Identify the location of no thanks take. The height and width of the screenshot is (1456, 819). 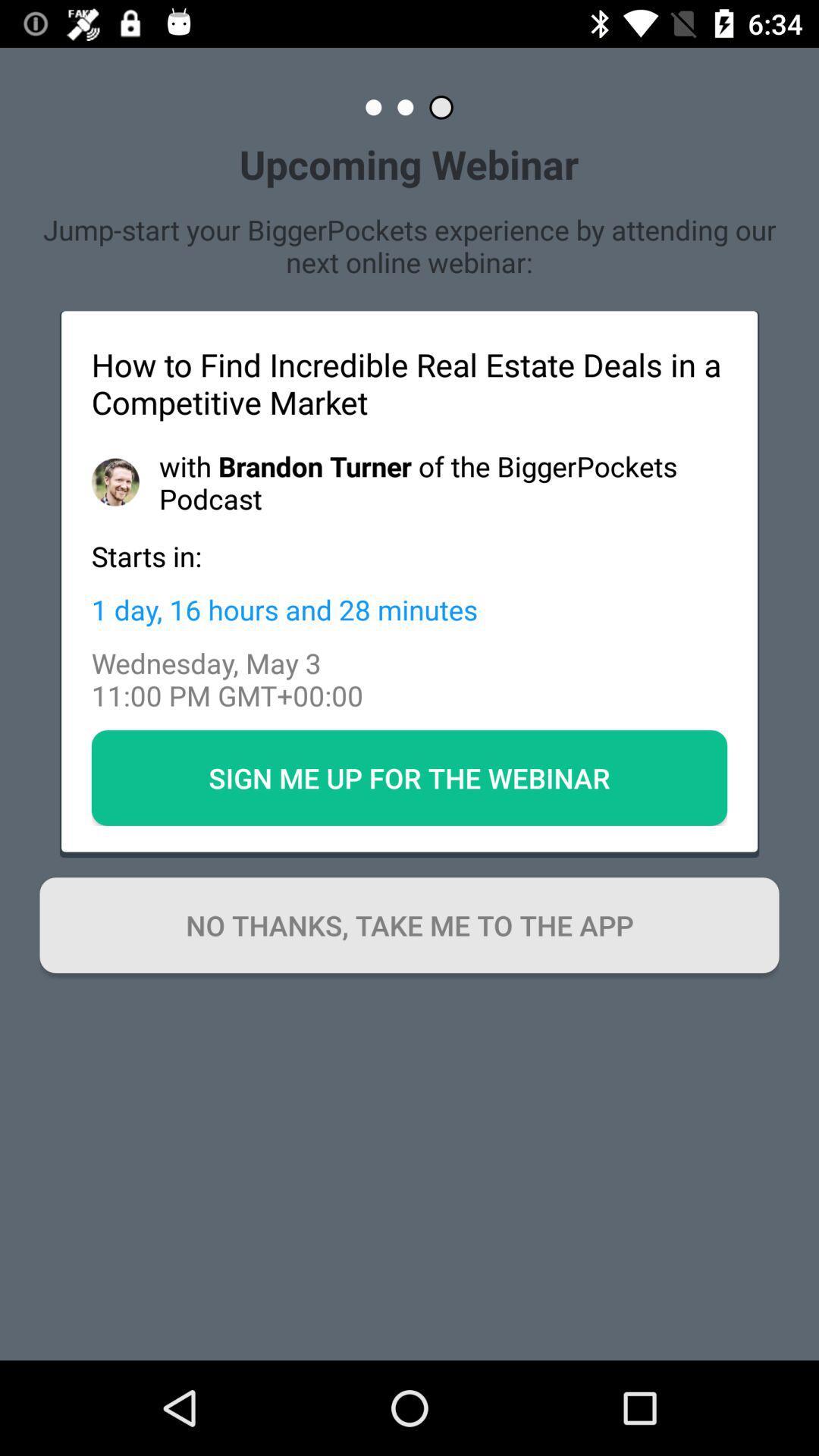
(409, 924).